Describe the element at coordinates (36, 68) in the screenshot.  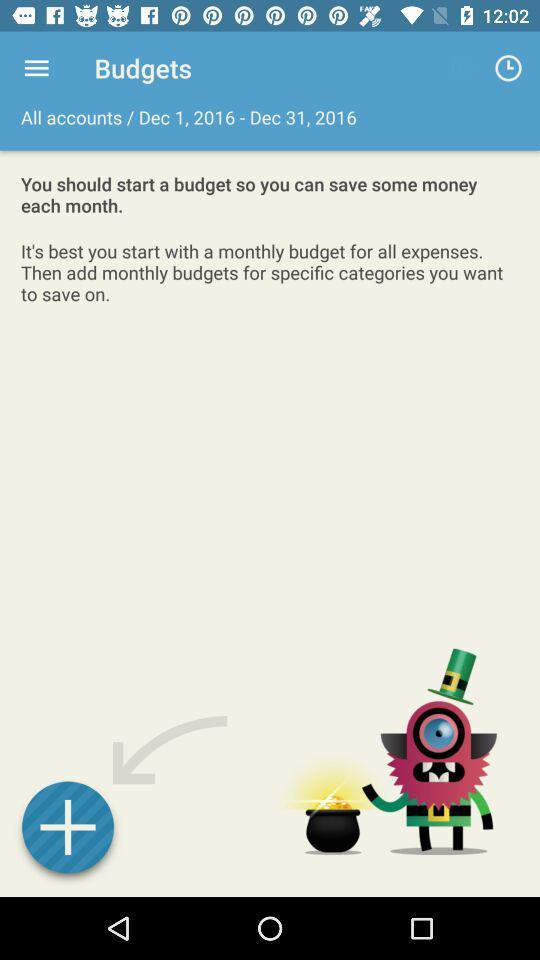
I see `the item next to budgets icon` at that location.